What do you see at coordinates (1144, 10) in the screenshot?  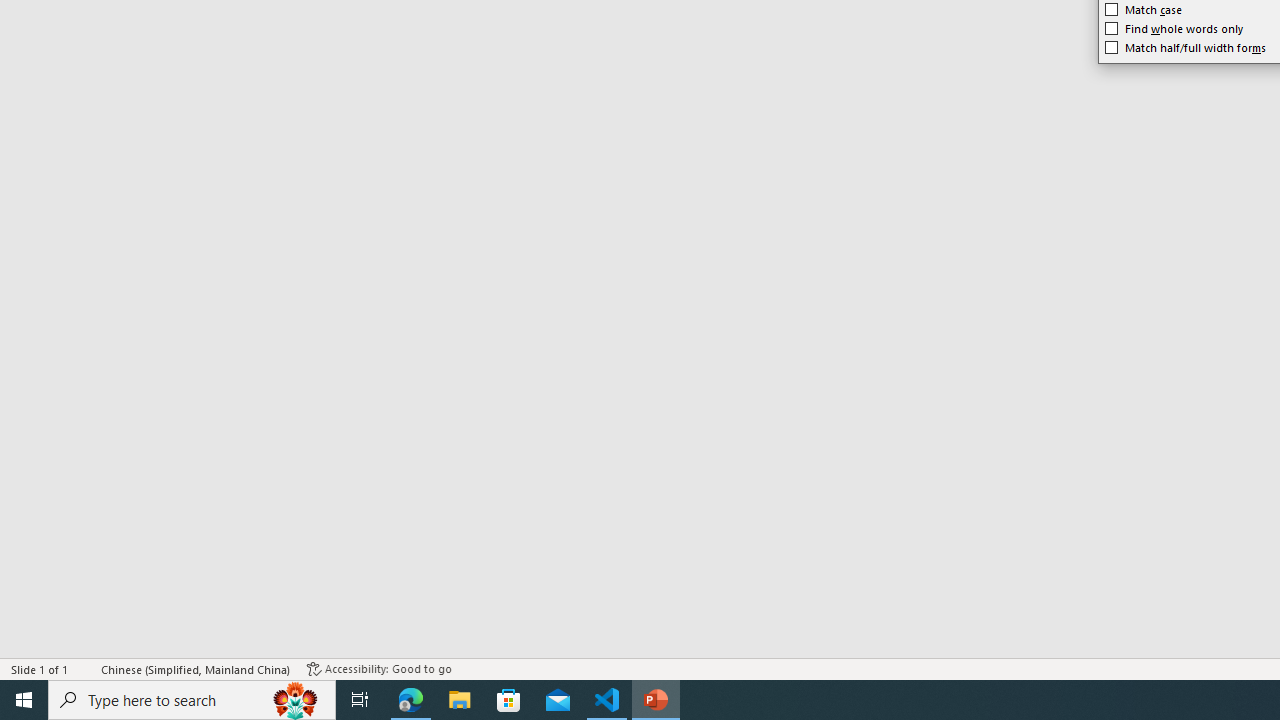 I see `'Match case'` at bounding box center [1144, 10].